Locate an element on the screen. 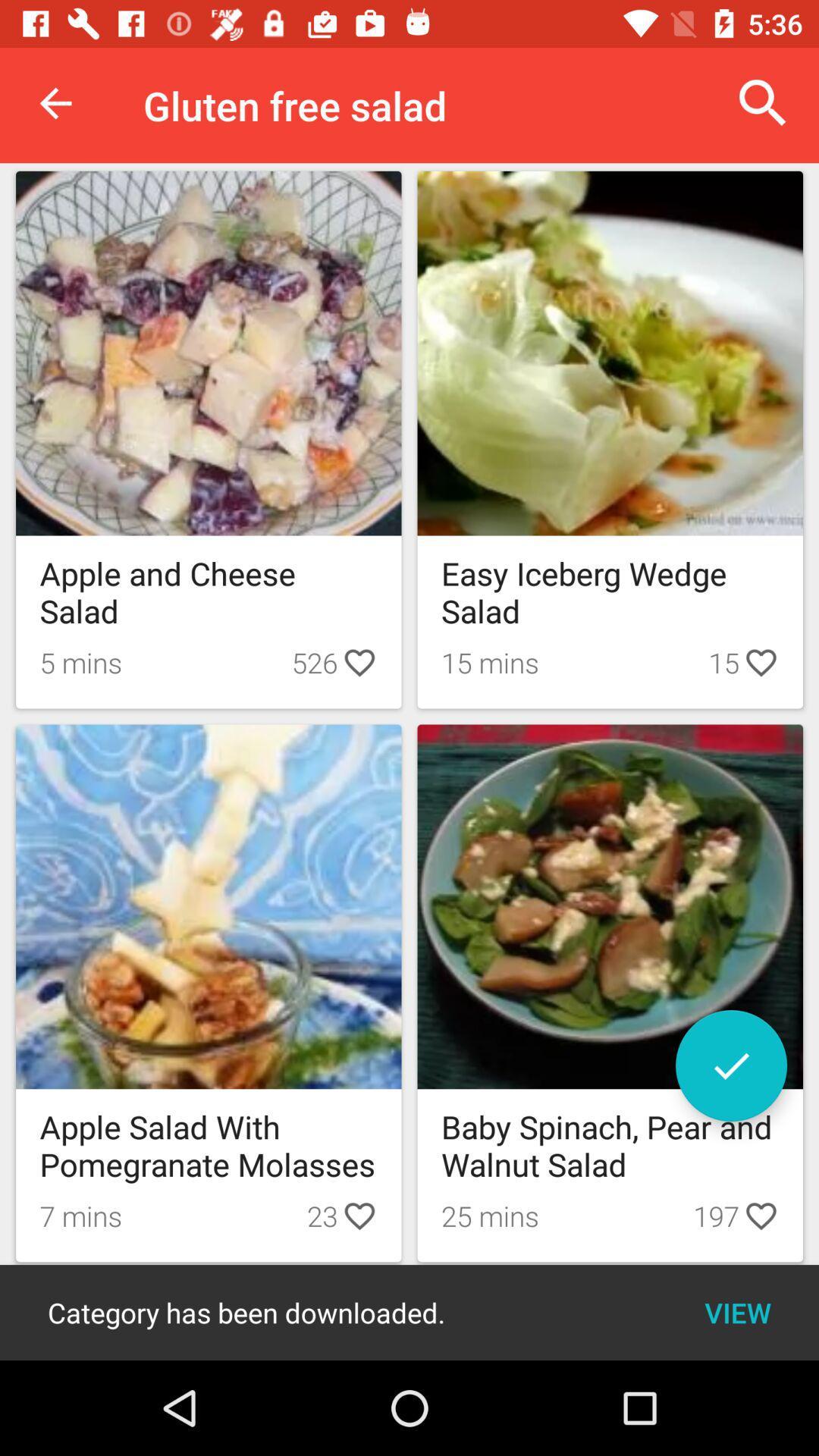 The height and width of the screenshot is (1456, 819). the view is located at coordinates (737, 1312).